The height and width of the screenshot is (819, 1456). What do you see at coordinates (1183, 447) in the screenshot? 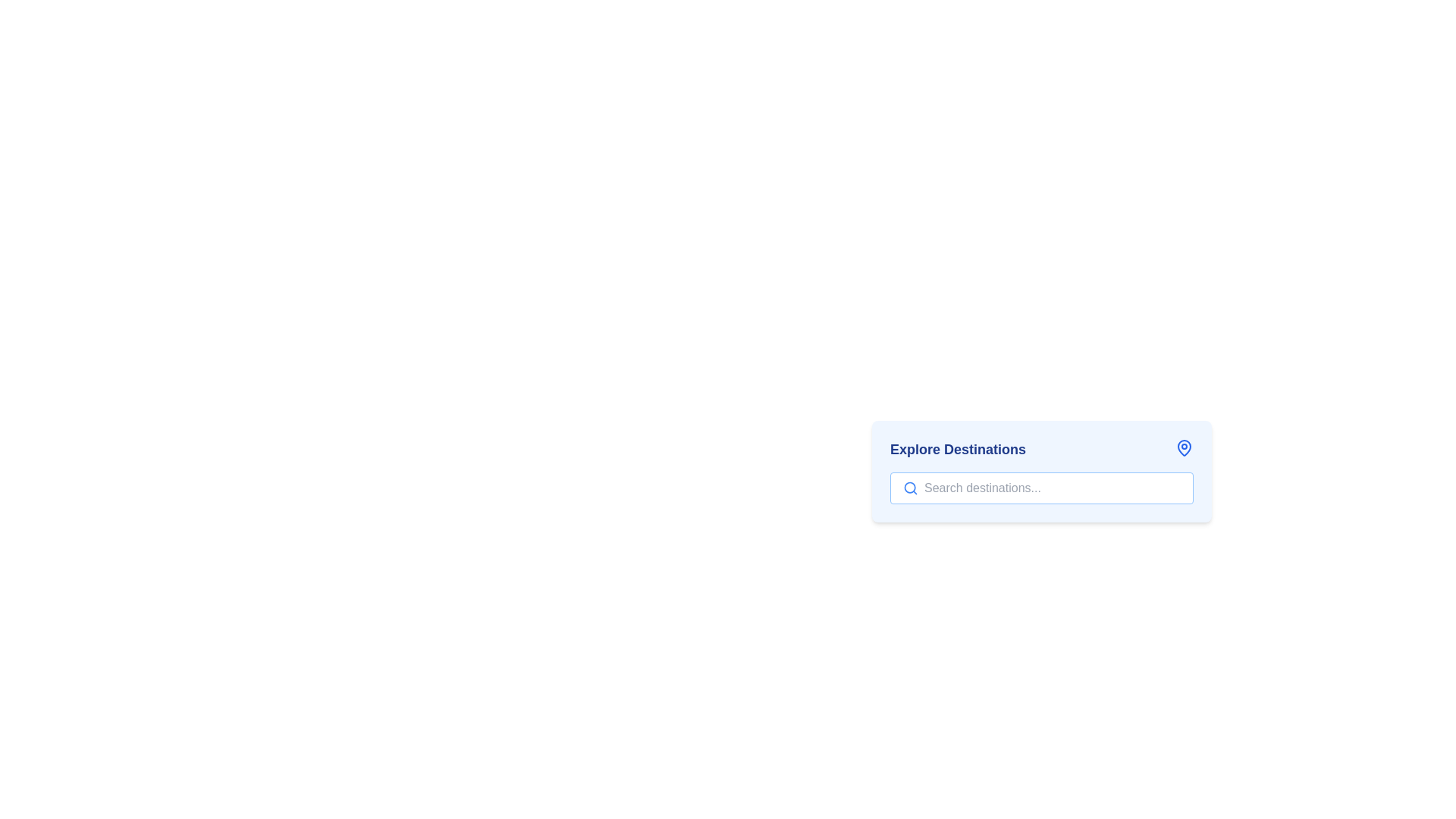
I see `the map pin icon located at the far right within the header area of the 'Explore Destinations' section to initiate a location-related feature` at bounding box center [1183, 447].